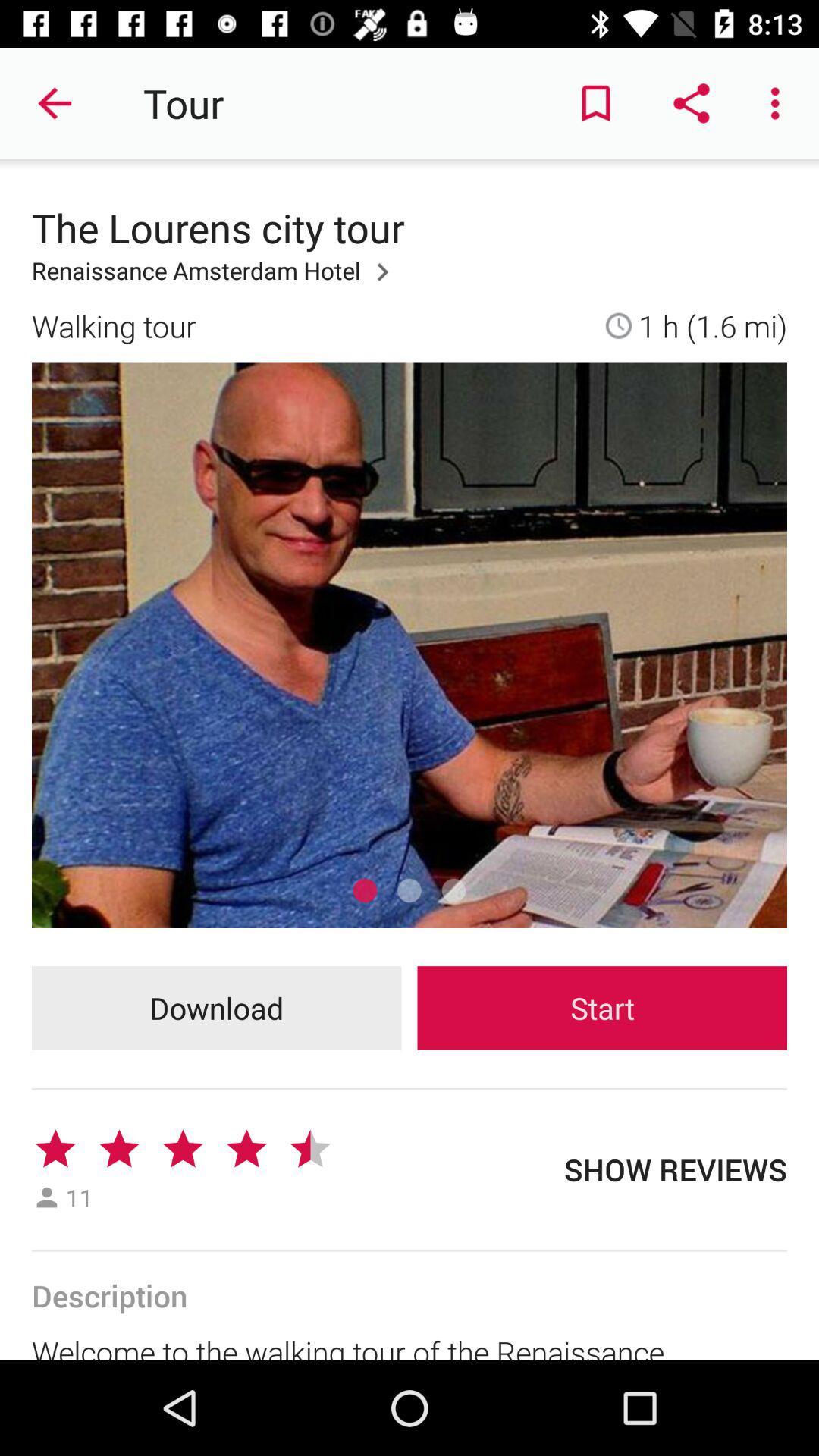  Describe the element at coordinates (779, 103) in the screenshot. I see `top most right button` at that location.